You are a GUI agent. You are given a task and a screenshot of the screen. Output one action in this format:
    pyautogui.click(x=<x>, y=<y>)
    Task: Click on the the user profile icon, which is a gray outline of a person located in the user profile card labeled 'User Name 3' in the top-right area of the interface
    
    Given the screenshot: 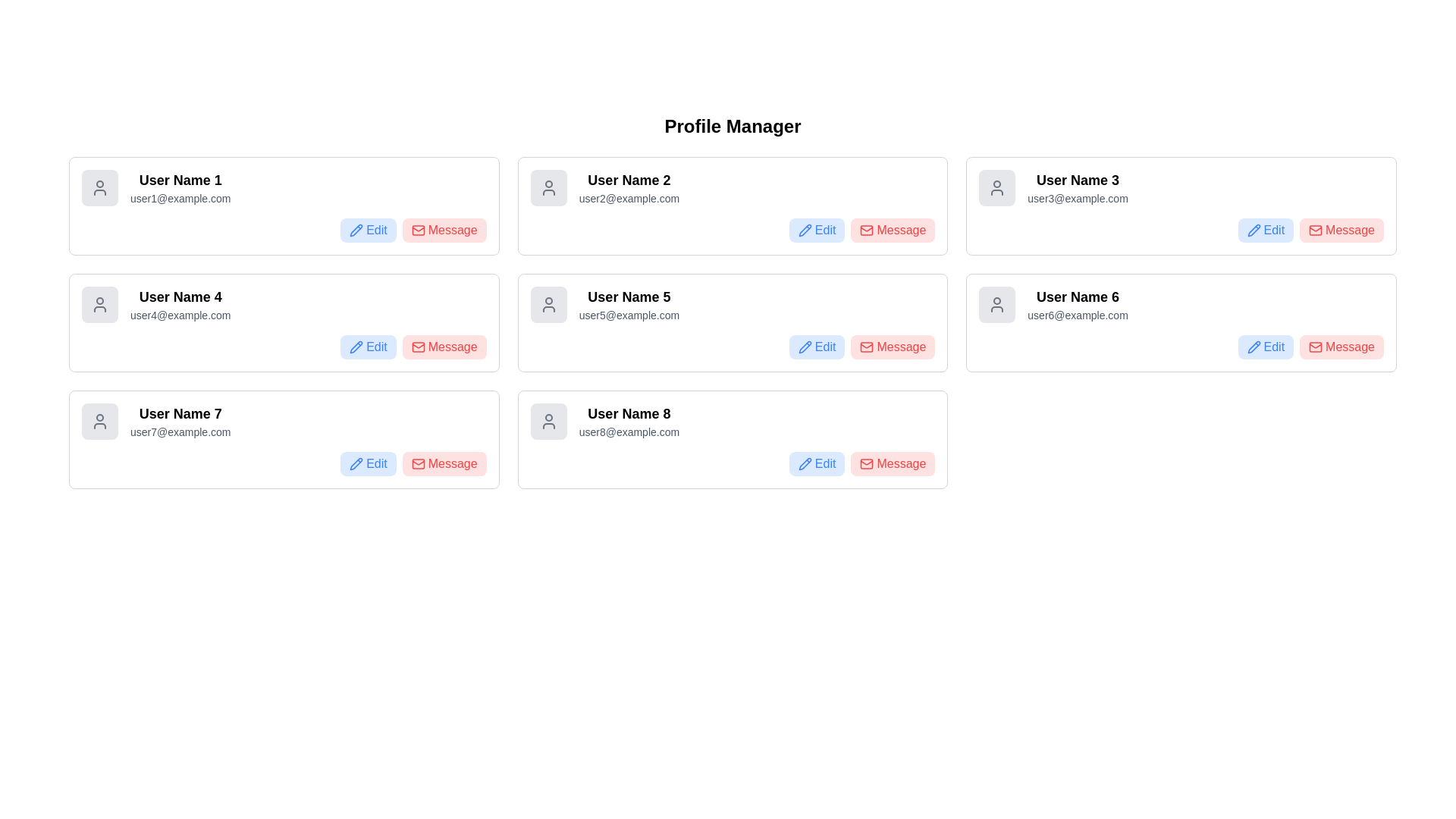 What is the action you would take?
    pyautogui.click(x=997, y=187)
    